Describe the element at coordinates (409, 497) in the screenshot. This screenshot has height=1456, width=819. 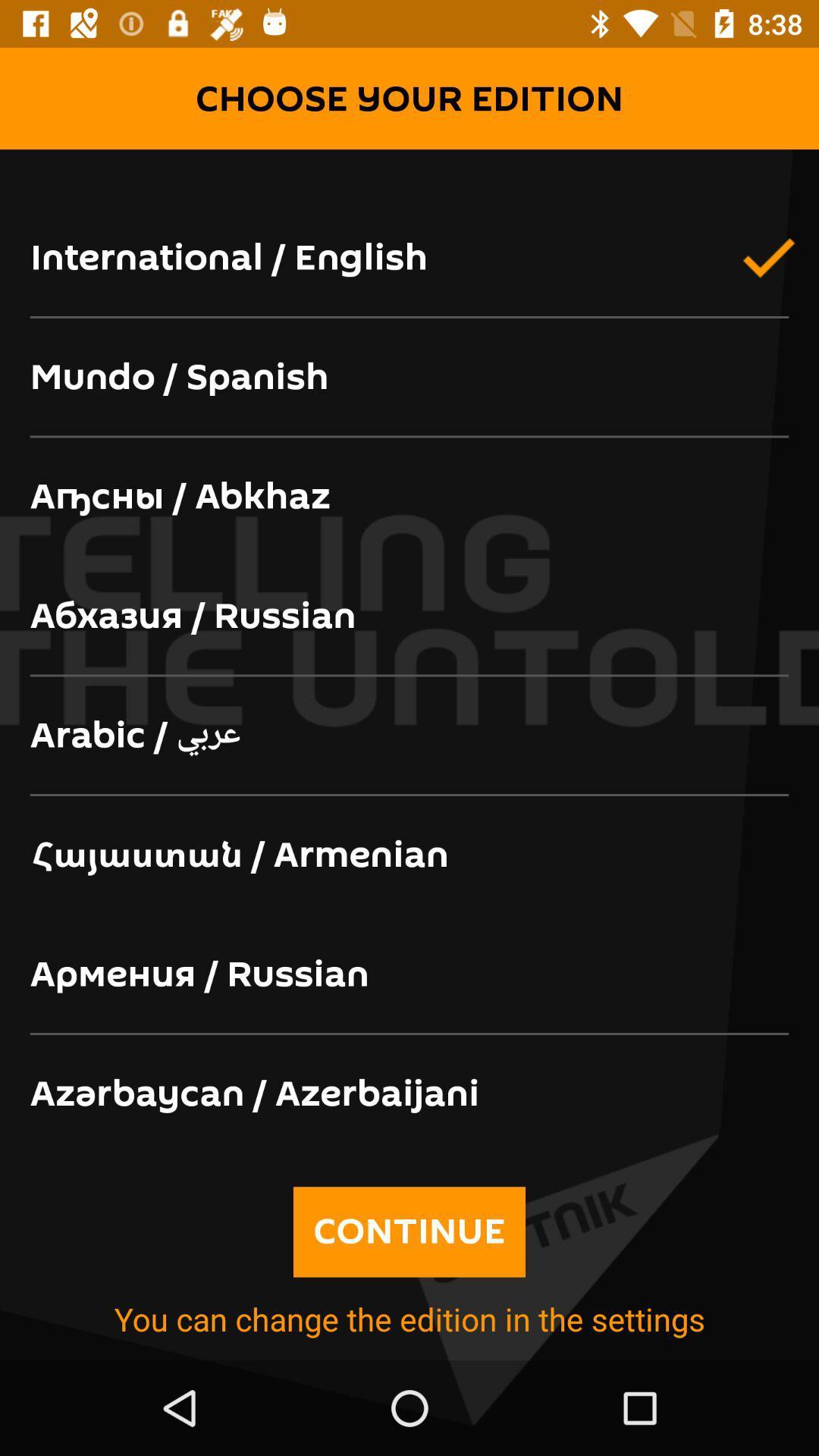
I see `app below mundo / spanish item` at that location.